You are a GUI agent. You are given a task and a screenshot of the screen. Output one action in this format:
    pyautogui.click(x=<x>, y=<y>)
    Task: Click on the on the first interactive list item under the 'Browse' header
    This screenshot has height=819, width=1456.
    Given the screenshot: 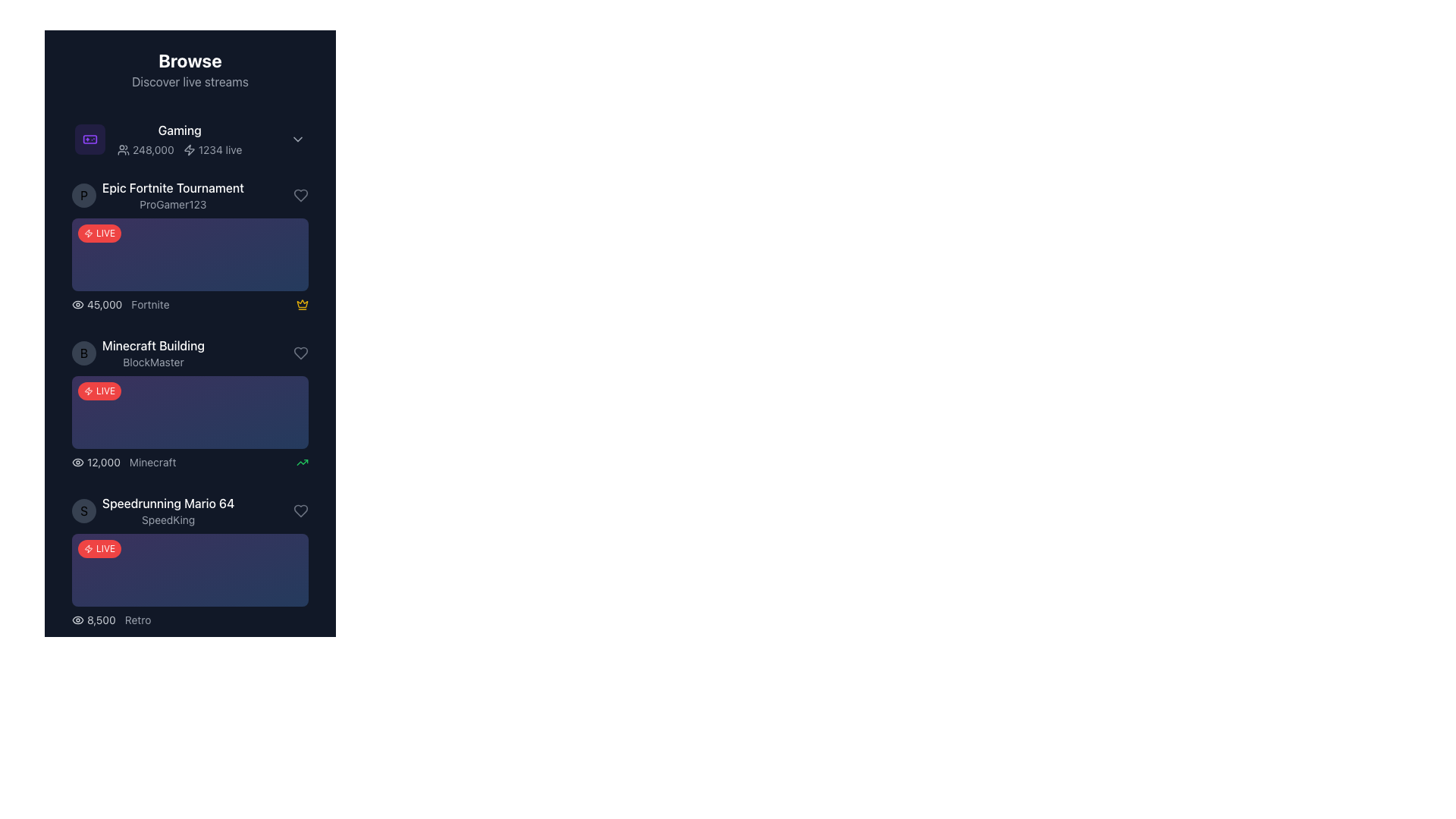 What is the action you would take?
    pyautogui.click(x=189, y=140)
    